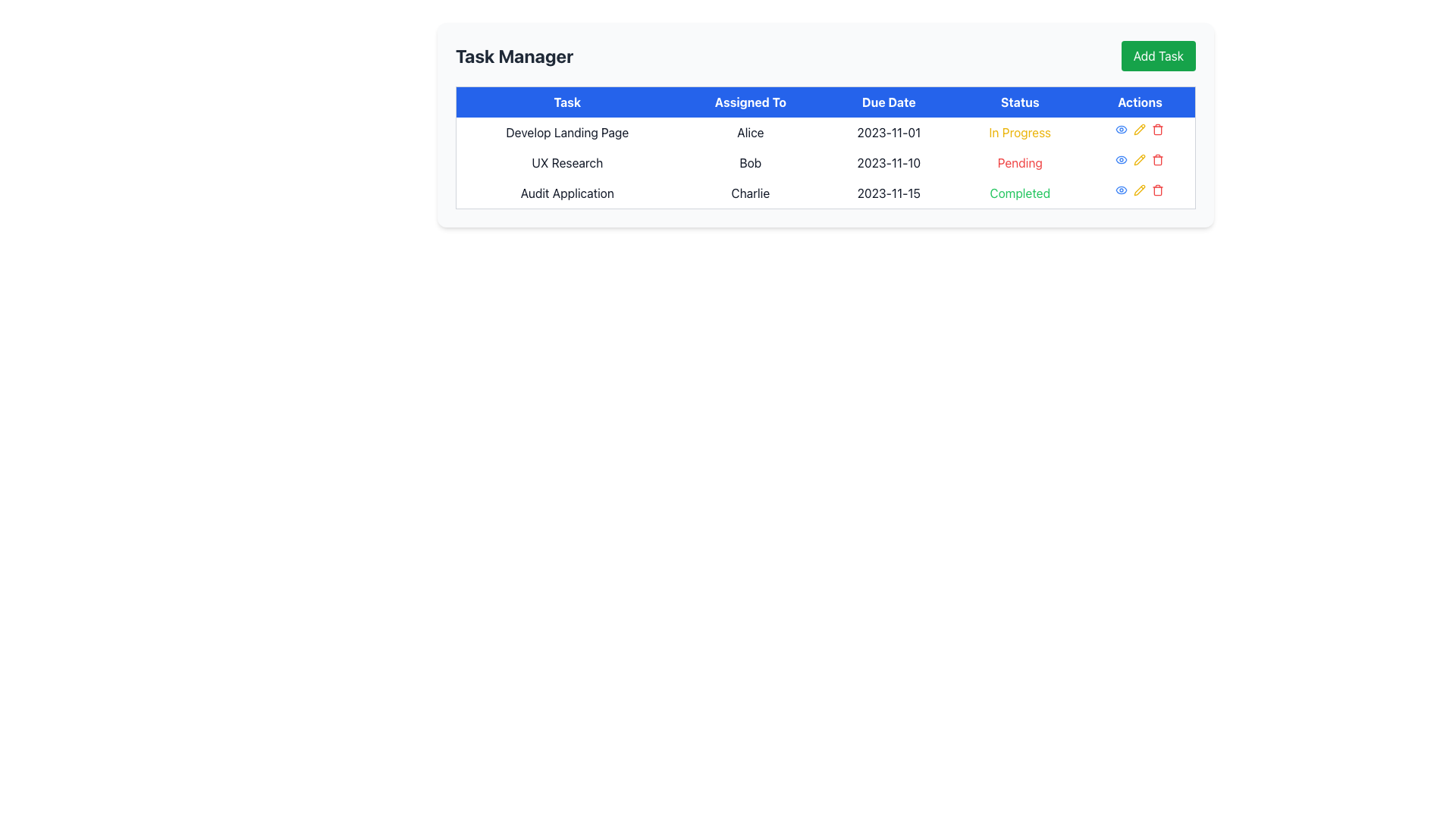 Image resolution: width=1456 pixels, height=819 pixels. Describe the element at coordinates (1122, 128) in the screenshot. I see `the outer elliptical outline of the eye icon located in the 'Actions' column of the second row in the Task Manager card` at that location.